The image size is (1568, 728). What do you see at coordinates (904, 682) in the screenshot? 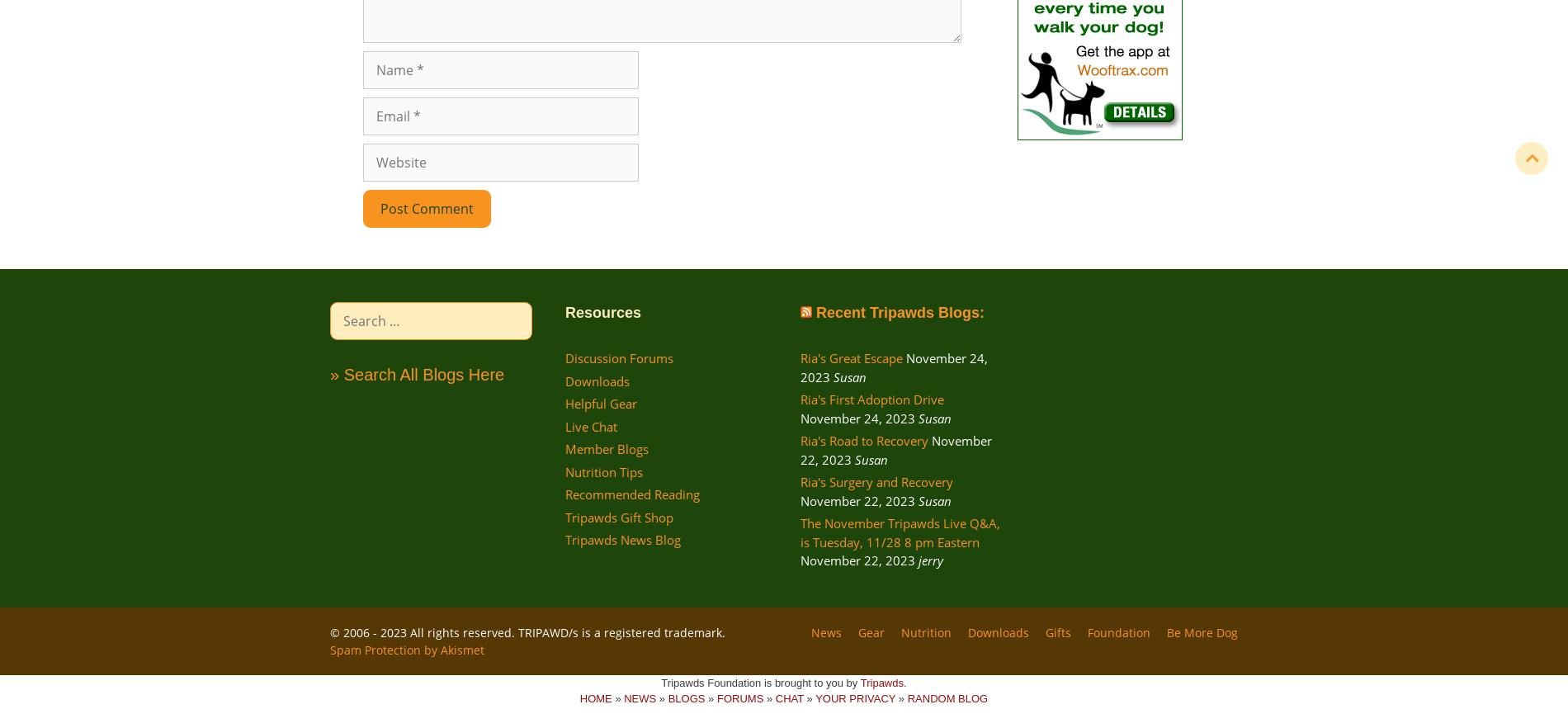
I see `'.'` at bounding box center [904, 682].